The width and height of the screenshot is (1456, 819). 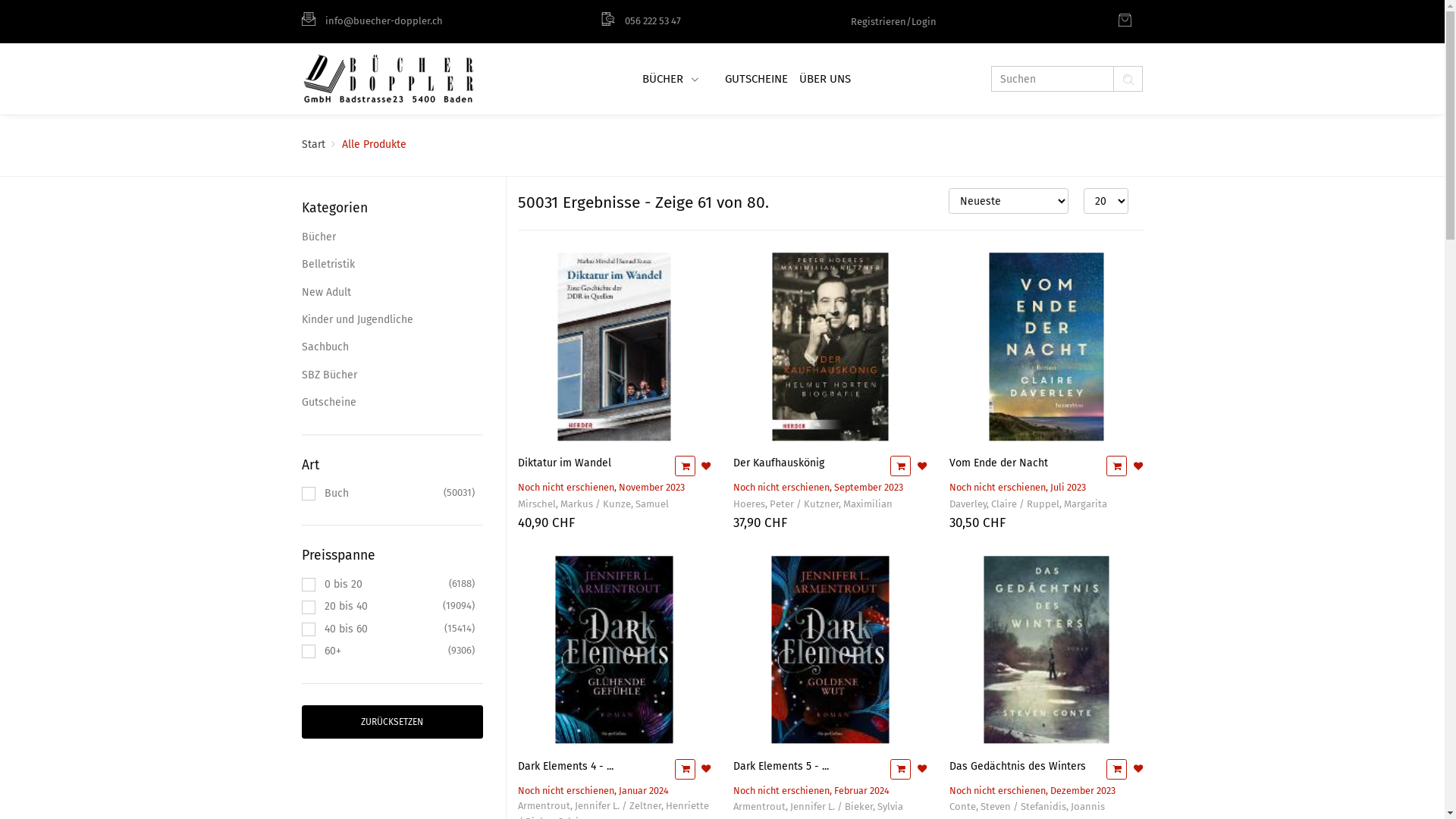 What do you see at coordinates (516, 504) in the screenshot?
I see `'Mirschel, Markus / Kunze, Samuel'` at bounding box center [516, 504].